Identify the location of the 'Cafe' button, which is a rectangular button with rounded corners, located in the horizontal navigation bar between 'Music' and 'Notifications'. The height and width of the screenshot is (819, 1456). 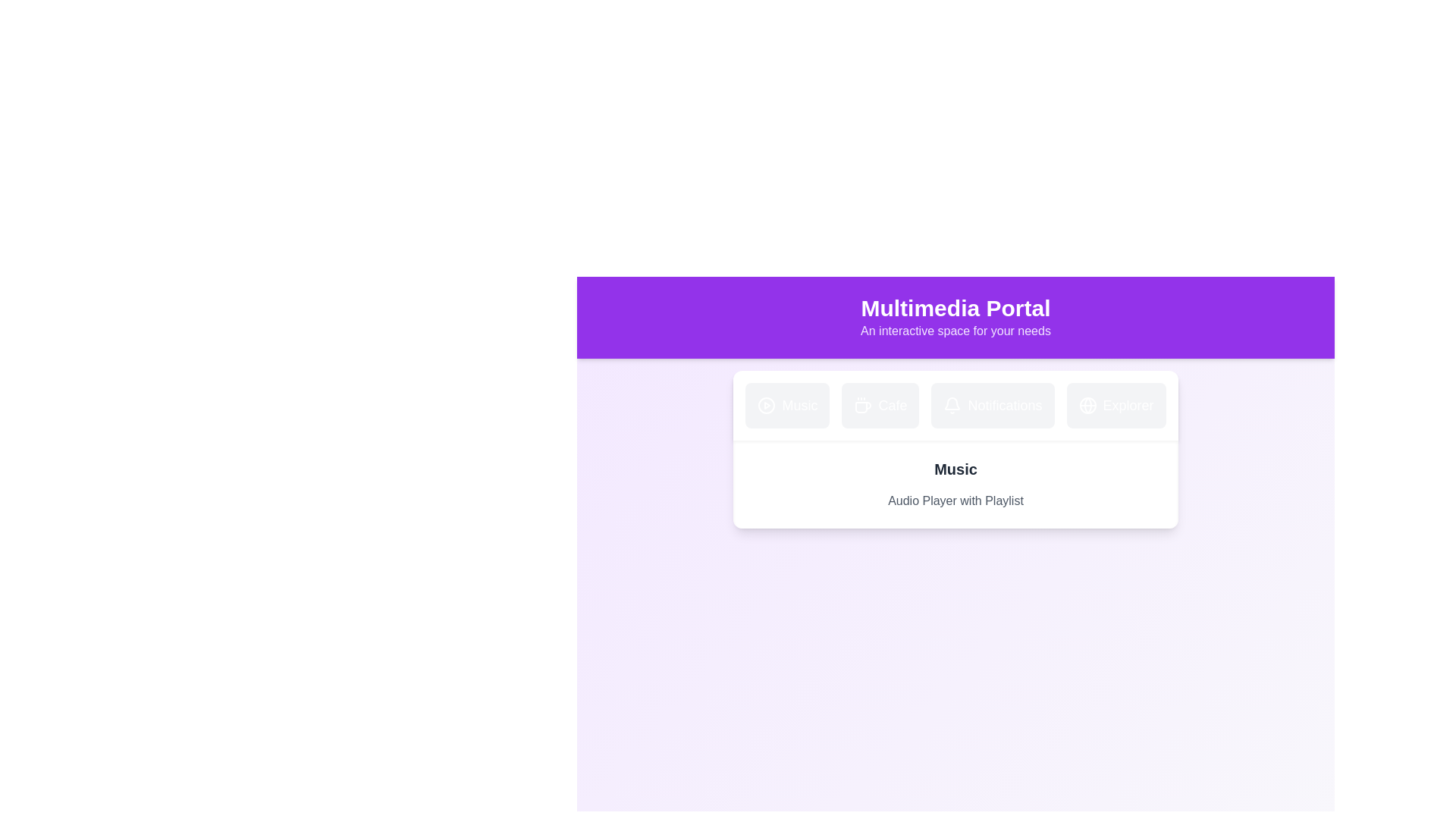
(880, 405).